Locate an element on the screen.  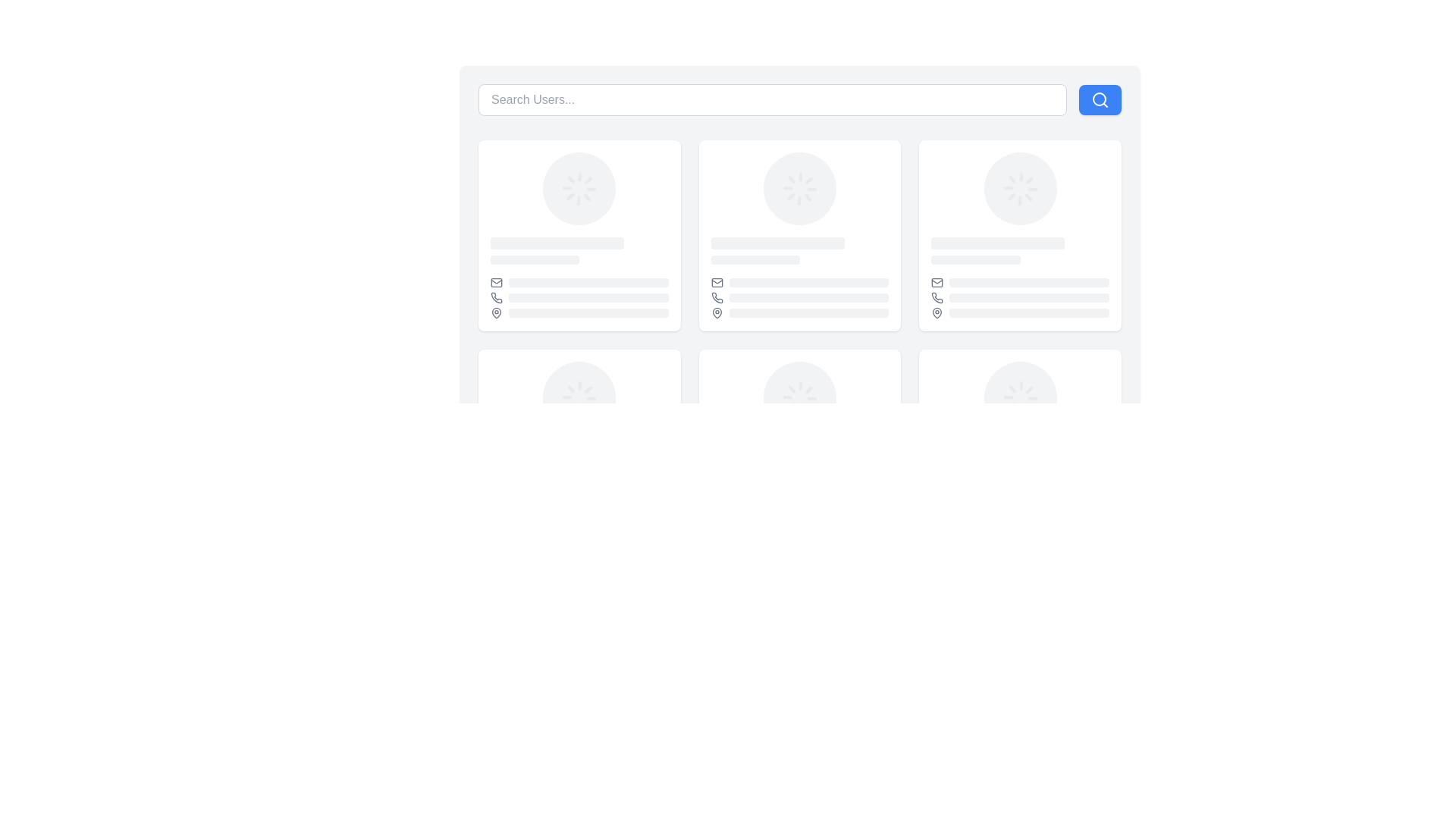
the rectangular button with a blue background and a white magnifying glass icon, located at the far-right end of the search input section is located at coordinates (1100, 99).